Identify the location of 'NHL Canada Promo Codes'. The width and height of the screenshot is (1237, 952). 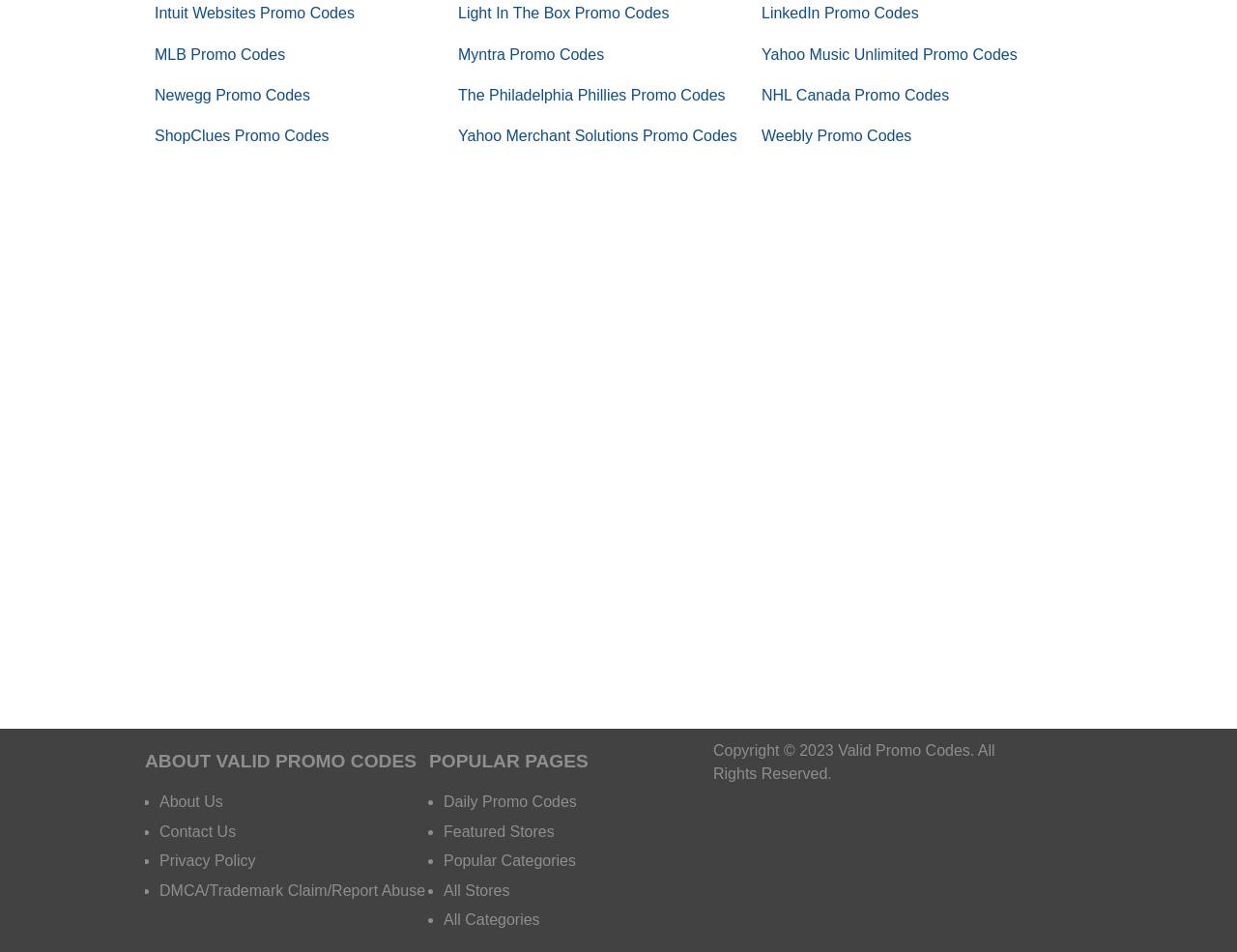
(853, 93).